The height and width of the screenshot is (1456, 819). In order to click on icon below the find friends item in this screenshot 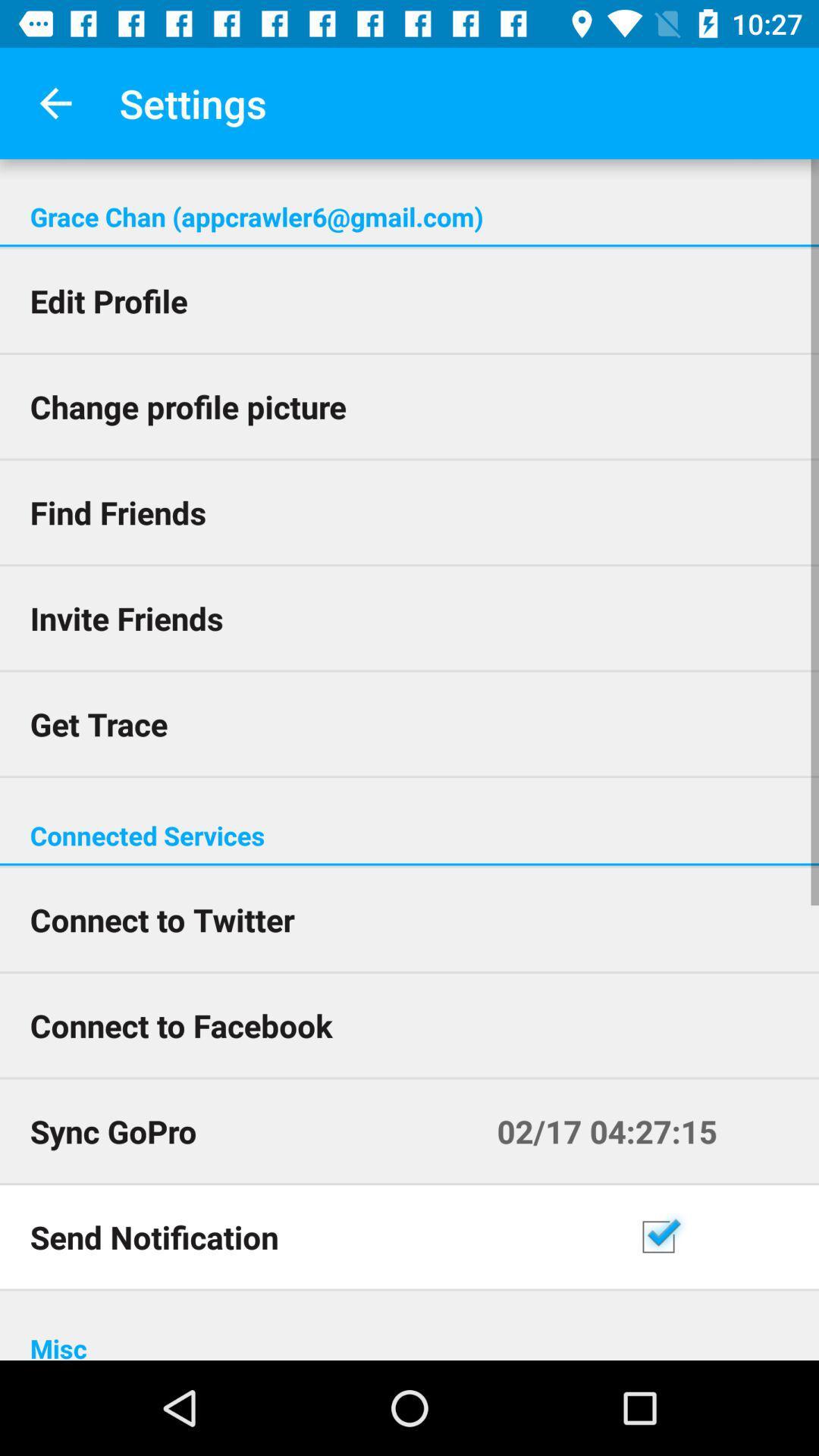, I will do `click(409, 618)`.